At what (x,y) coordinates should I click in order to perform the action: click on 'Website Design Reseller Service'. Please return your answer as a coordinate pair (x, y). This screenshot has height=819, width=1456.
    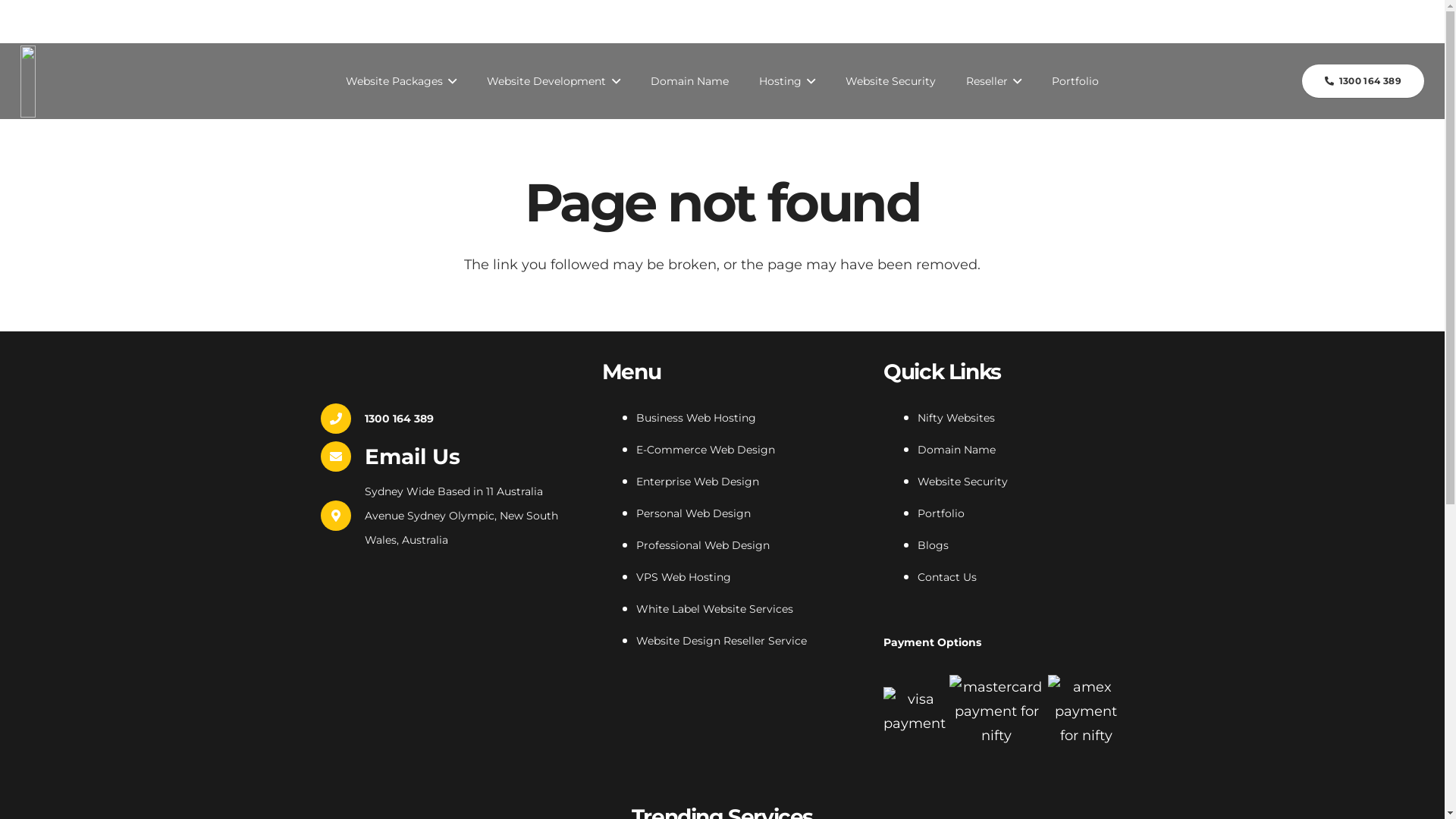
    Looking at the image, I should click on (636, 640).